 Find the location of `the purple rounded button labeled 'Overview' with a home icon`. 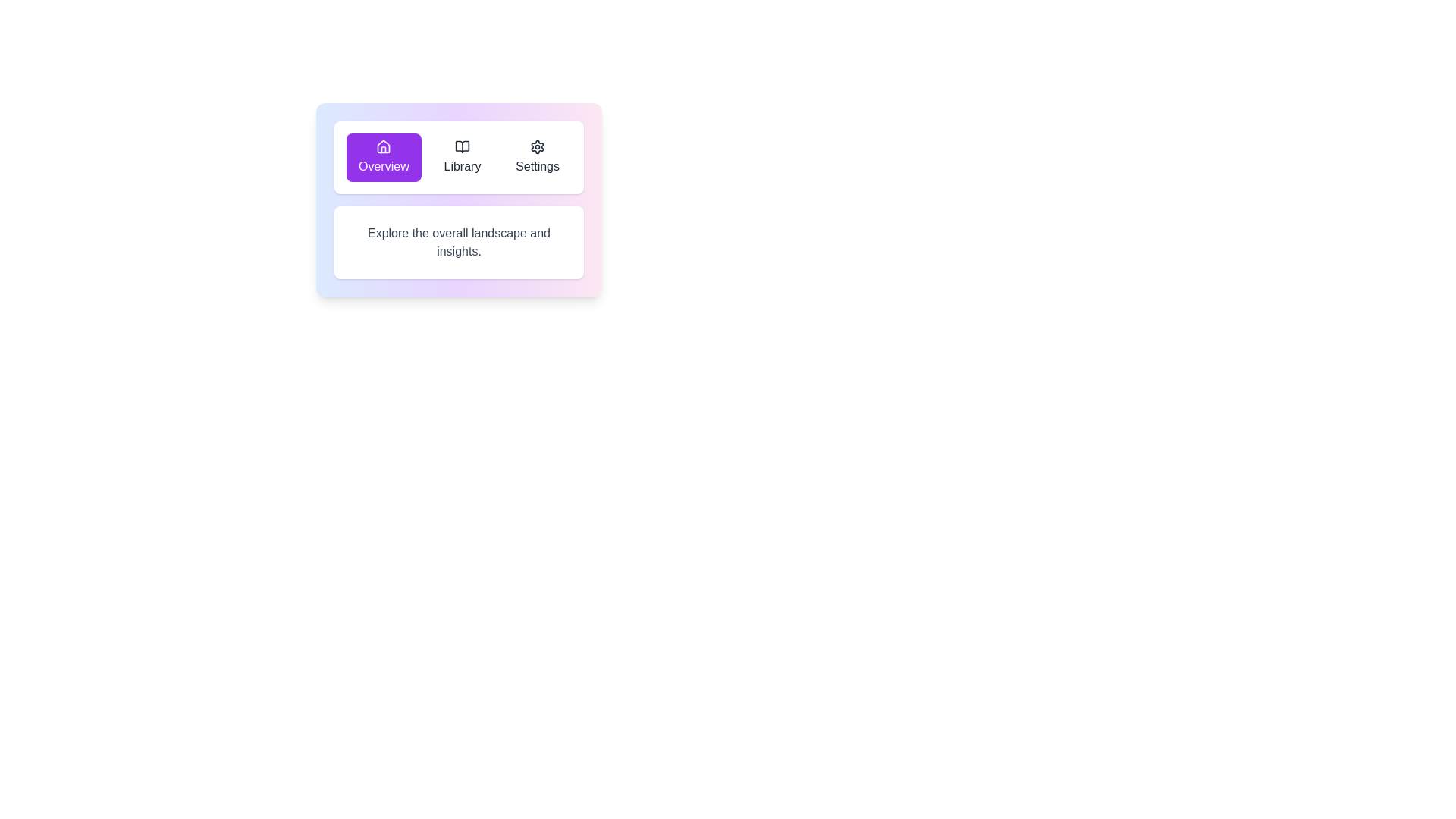

the purple rounded button labeled 'Overview' with a home icon is located at coordinates (384, 158).